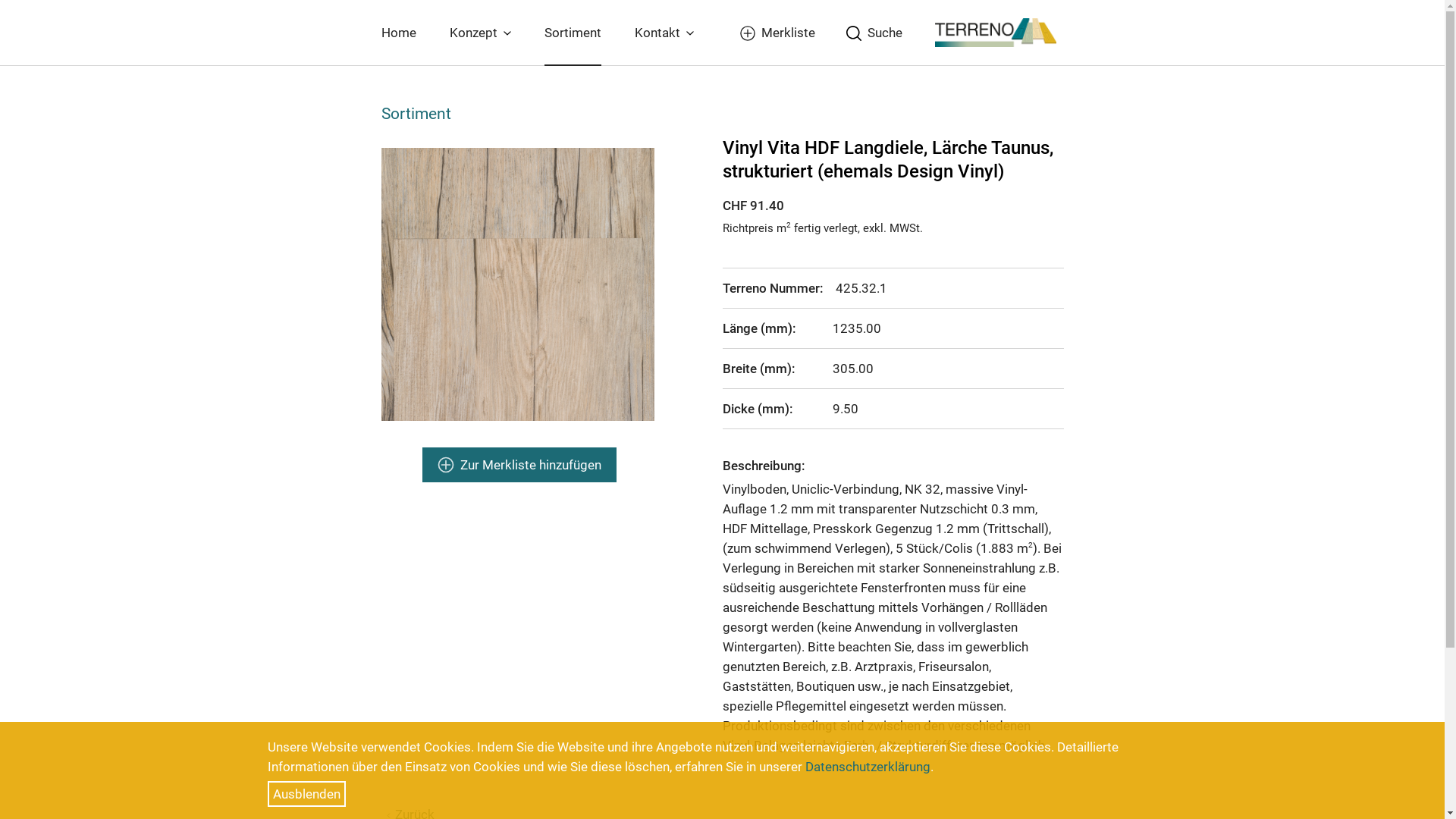 The width and height of the screenshot is (1456, 819). What do you see at coordinates (774, 32) in the screenshot?
I see `'Merkliste'` at bounding box center [774, 32].